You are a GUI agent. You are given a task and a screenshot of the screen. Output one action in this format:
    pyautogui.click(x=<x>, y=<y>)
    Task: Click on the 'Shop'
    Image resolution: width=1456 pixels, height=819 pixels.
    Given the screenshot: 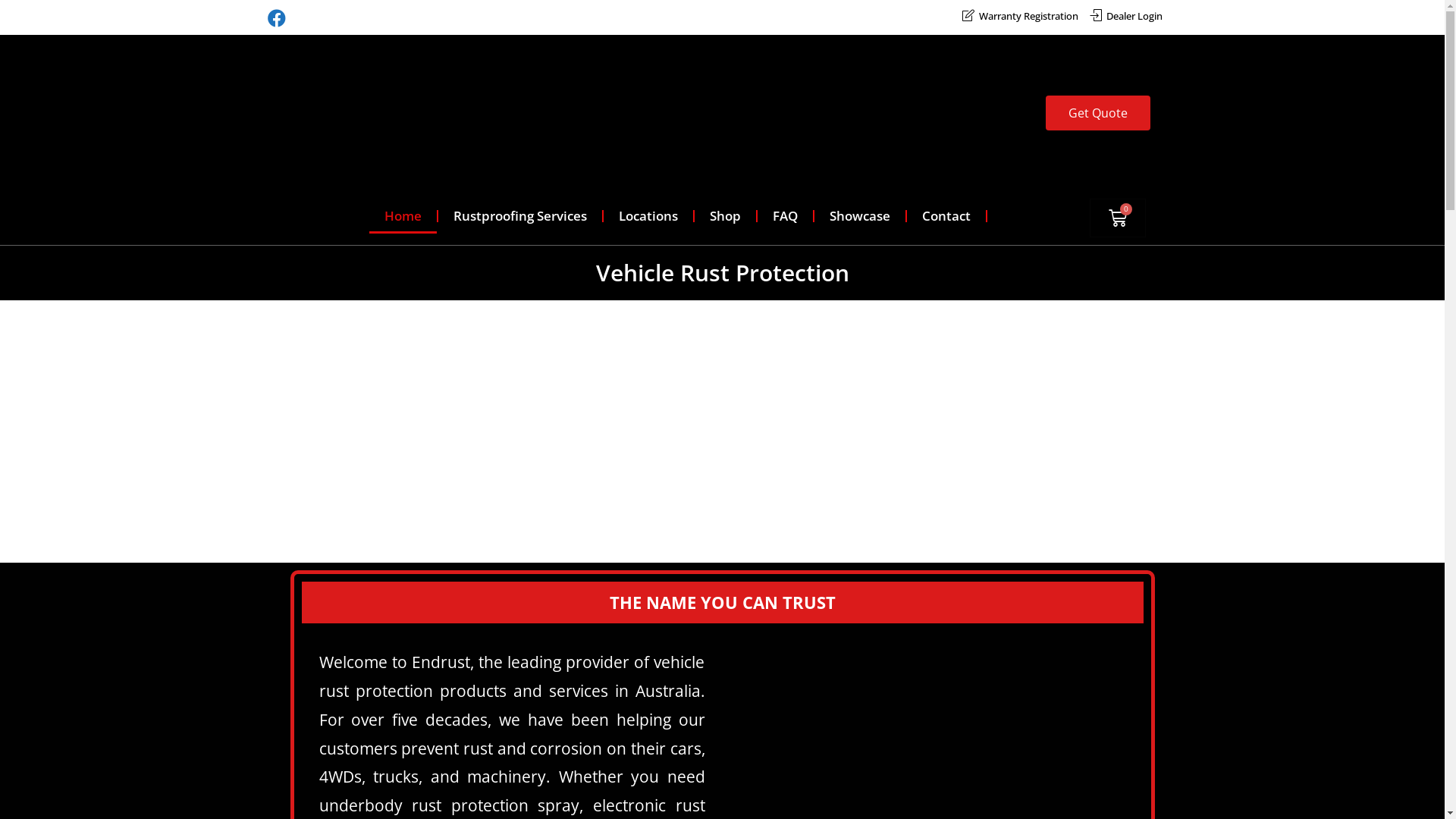 What is the action you would take?
    pyautogui.click(x=724, y=216)
    